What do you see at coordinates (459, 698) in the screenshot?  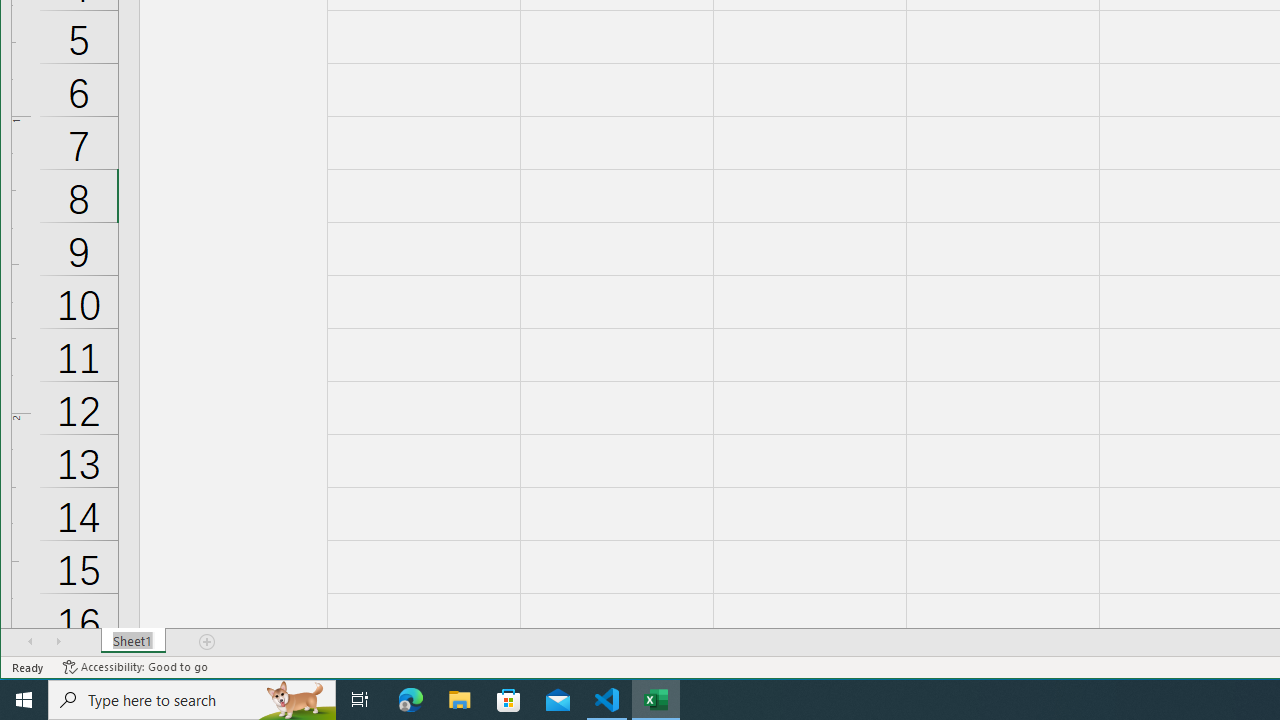 I see `'File Explorer'` at bounding box center [459, 698].